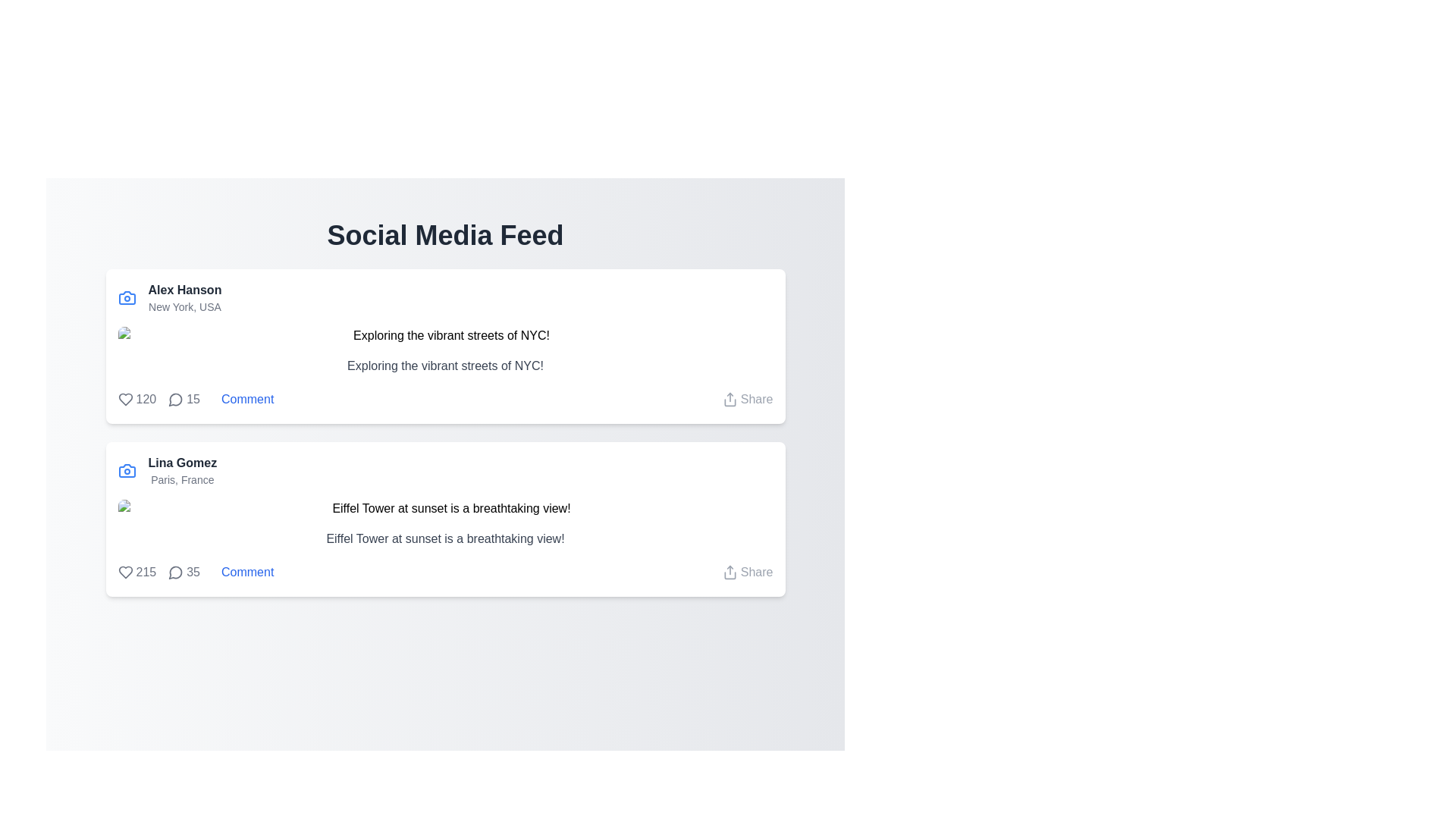 The height and width of the screenshot is (819, 1456). What do you see at coordinates (184, 290) in the screenshot?
I see `the name label identifying the author of the post in the social media feed, located at the upper left of the first post section` at bounding box center [184, 290].